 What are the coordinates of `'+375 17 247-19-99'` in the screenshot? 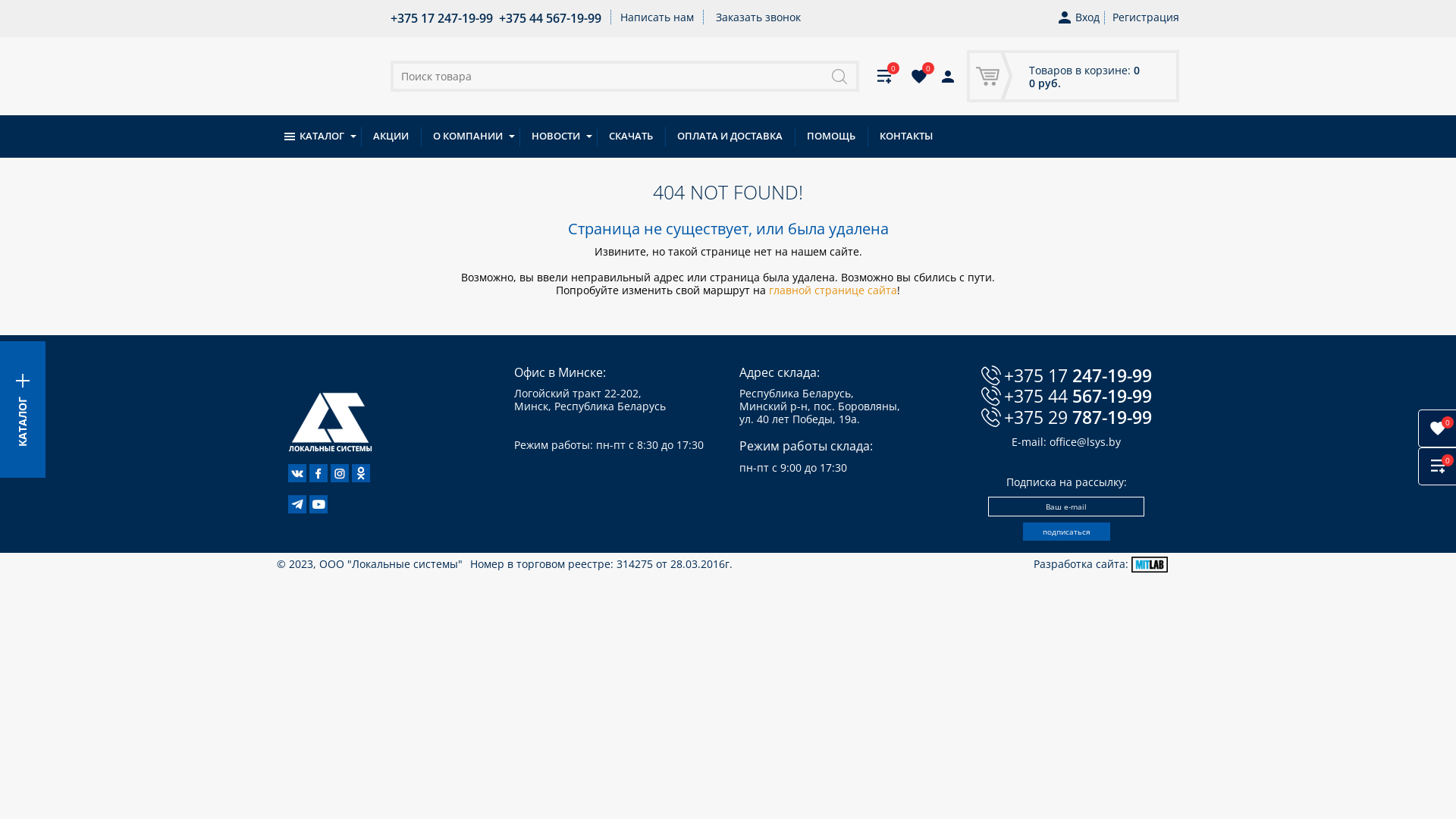 It's located at (441, 17).